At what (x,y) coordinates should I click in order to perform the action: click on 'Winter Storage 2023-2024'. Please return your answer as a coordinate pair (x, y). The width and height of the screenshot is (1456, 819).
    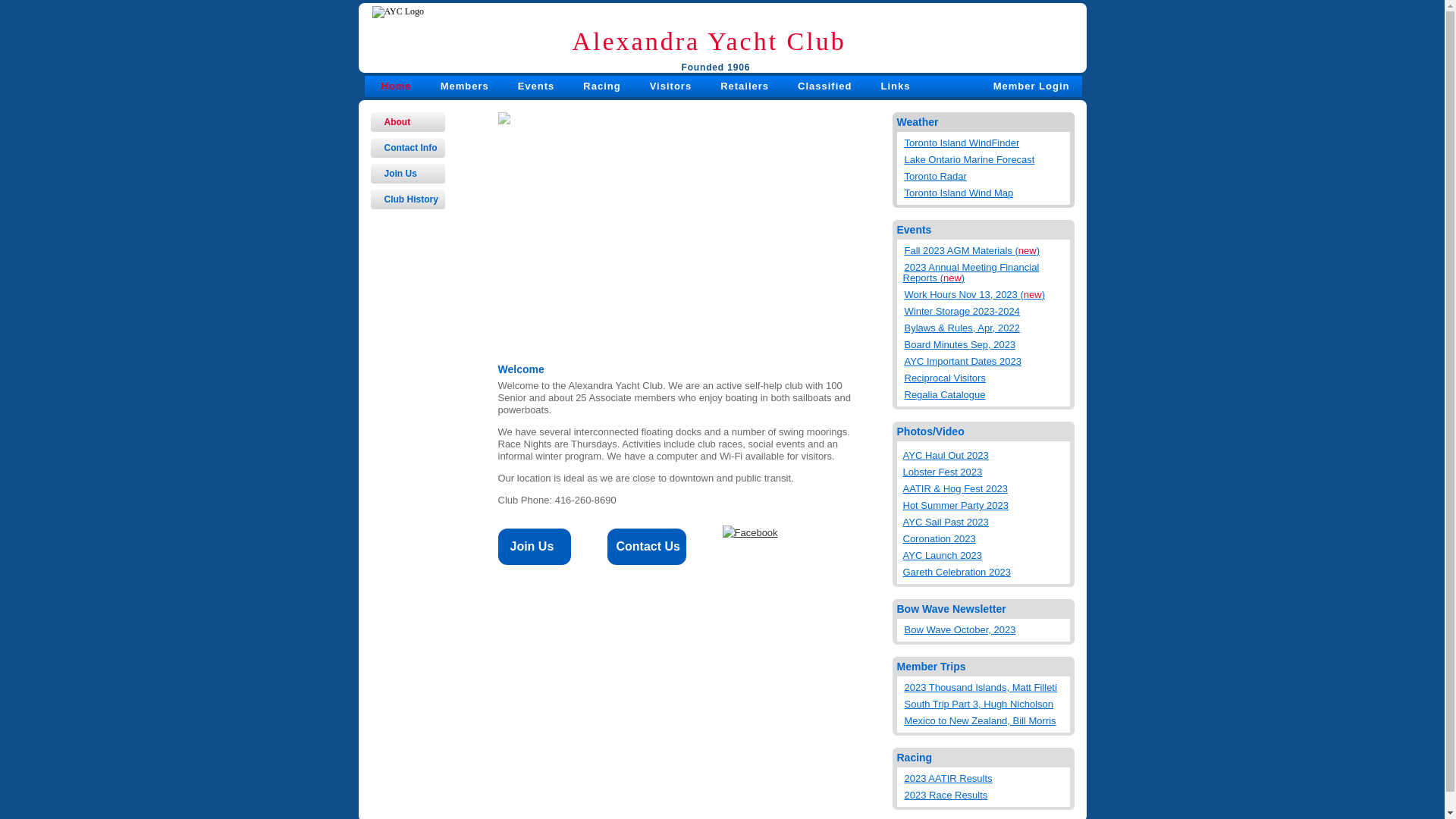
    Looking at the image, I should click on (986, 308).